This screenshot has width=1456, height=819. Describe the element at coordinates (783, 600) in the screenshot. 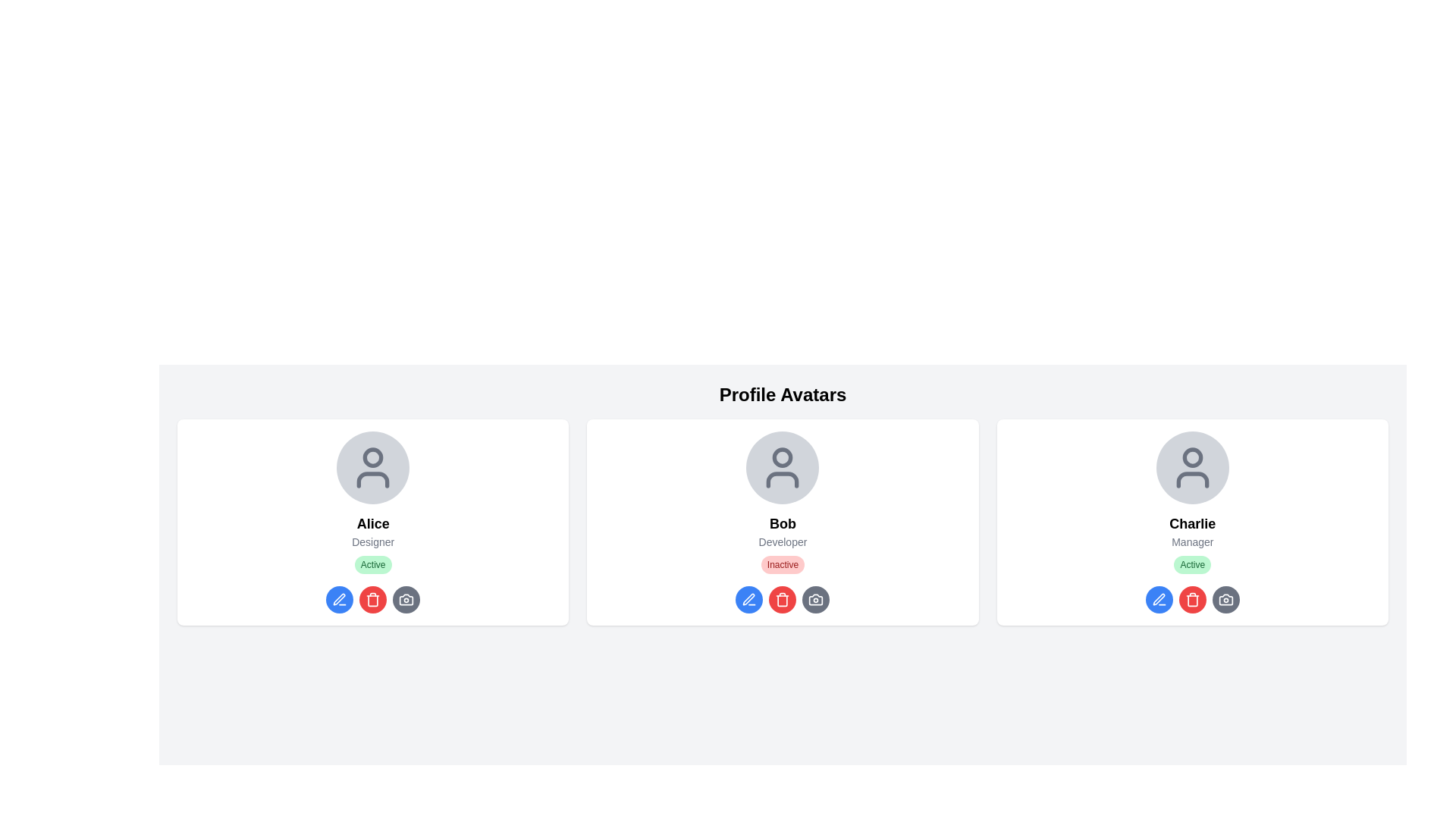

I see `the trash can icon located below the profile information for 'Bob', which serves as a button for deletion functionality` at that location.